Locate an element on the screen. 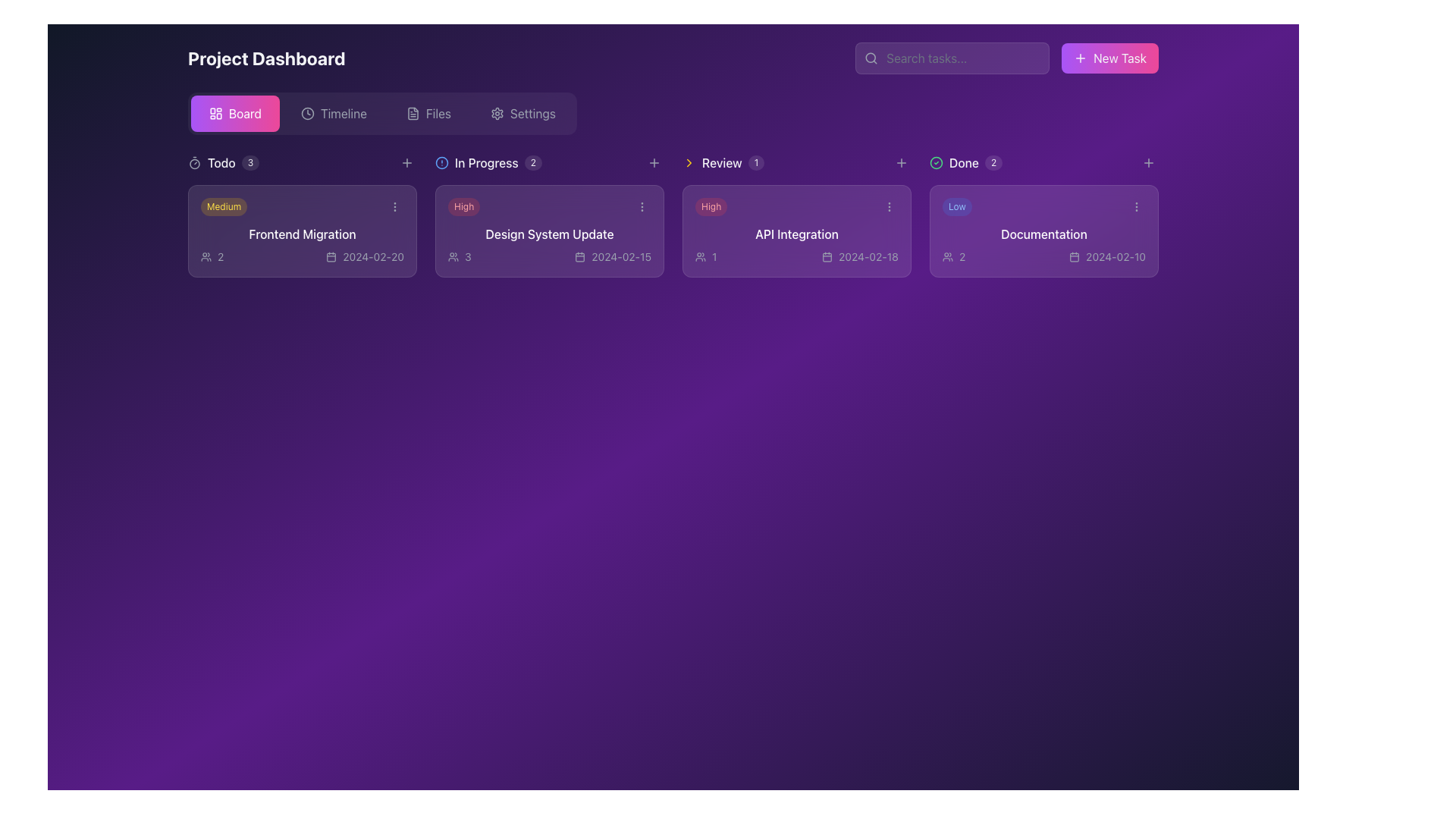 The width and height of the screenshot is (1456, 819). the 'In Progress' column header which displays the text 'In Progress' and has a badge showing the digit '2' on the right is located at coordinates (488, 163).